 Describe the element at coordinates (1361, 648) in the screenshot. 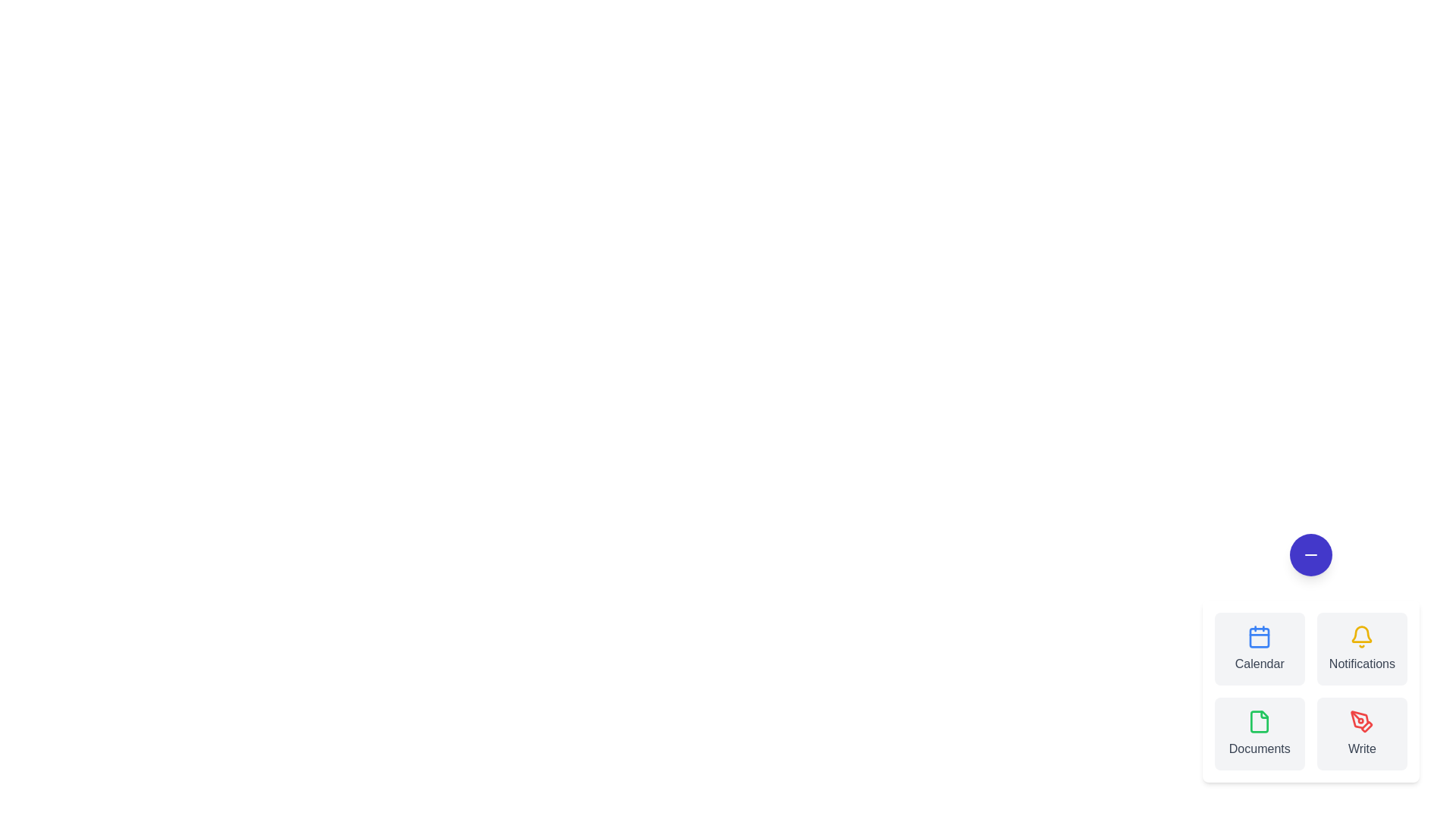

I see `the 'Notifications' button to trigger its functionality` at that location.